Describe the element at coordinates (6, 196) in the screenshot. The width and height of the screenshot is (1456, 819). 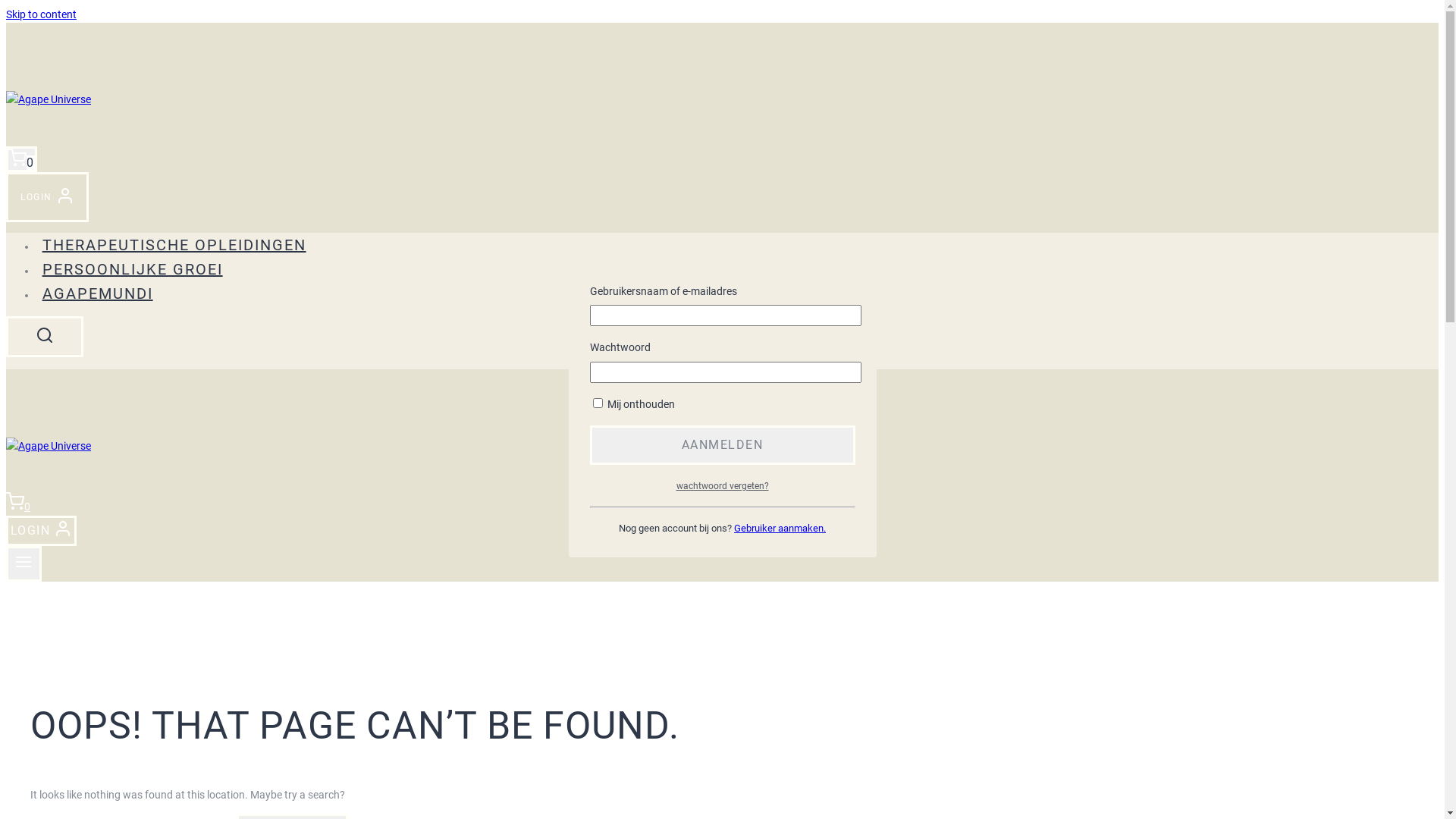
I see `'LOGIN` at that location.